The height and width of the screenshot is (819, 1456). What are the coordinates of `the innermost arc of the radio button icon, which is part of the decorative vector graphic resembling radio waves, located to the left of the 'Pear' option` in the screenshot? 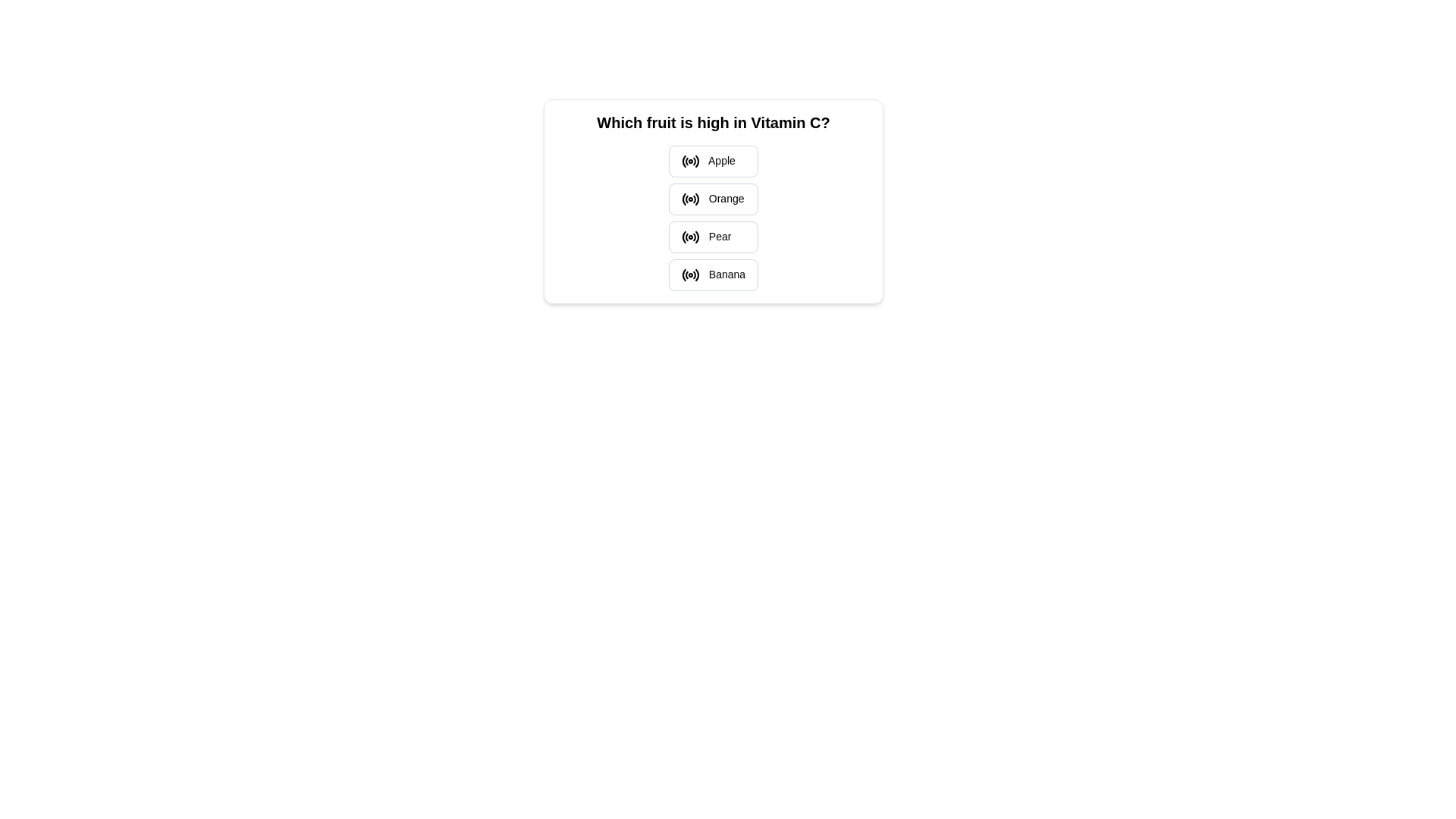 It's located at (683, 237).